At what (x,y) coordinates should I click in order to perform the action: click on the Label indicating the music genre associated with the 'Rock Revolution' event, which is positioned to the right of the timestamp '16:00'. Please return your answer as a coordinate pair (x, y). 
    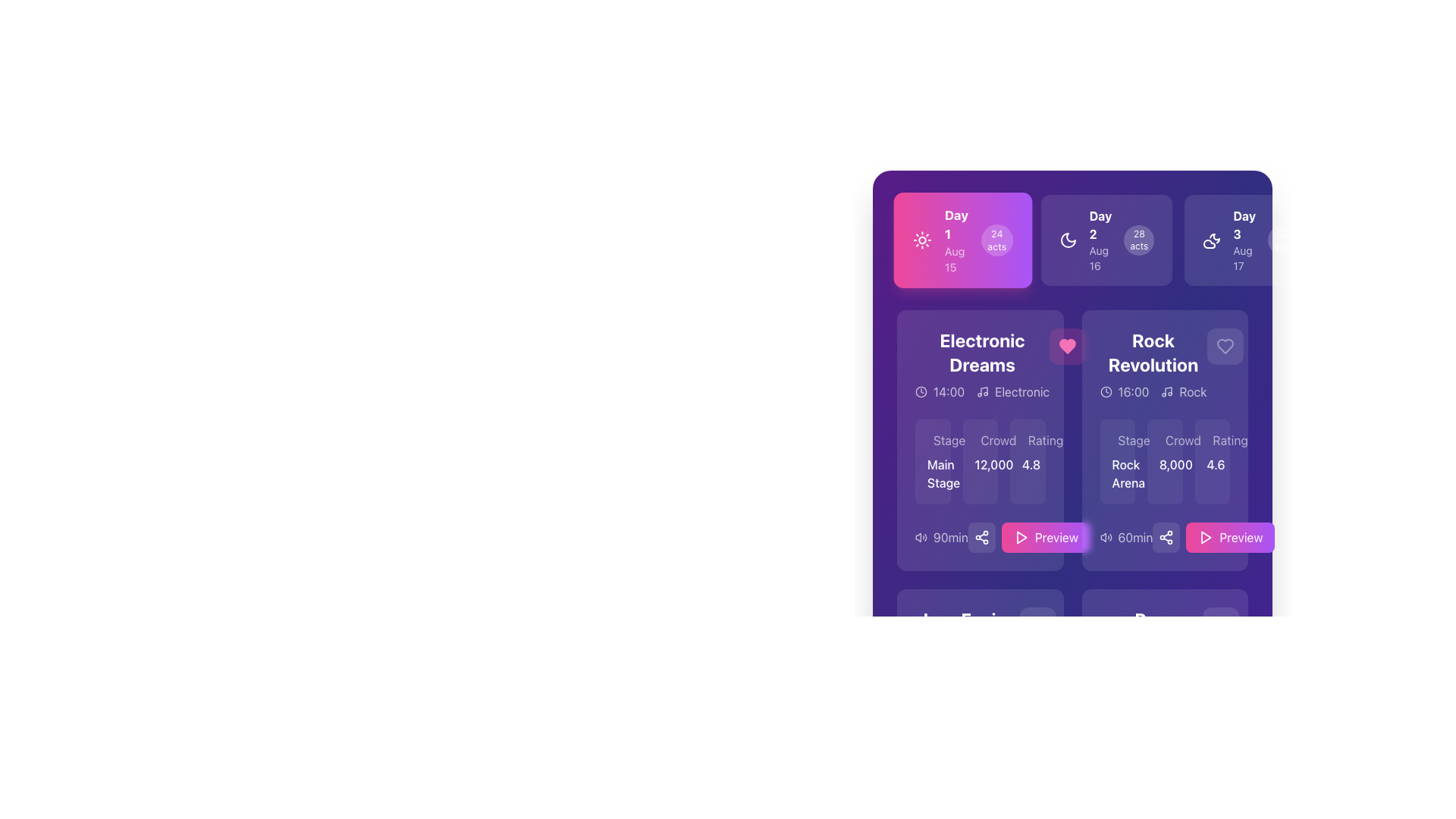
    Looking at the image, I should click on (1183, 391).